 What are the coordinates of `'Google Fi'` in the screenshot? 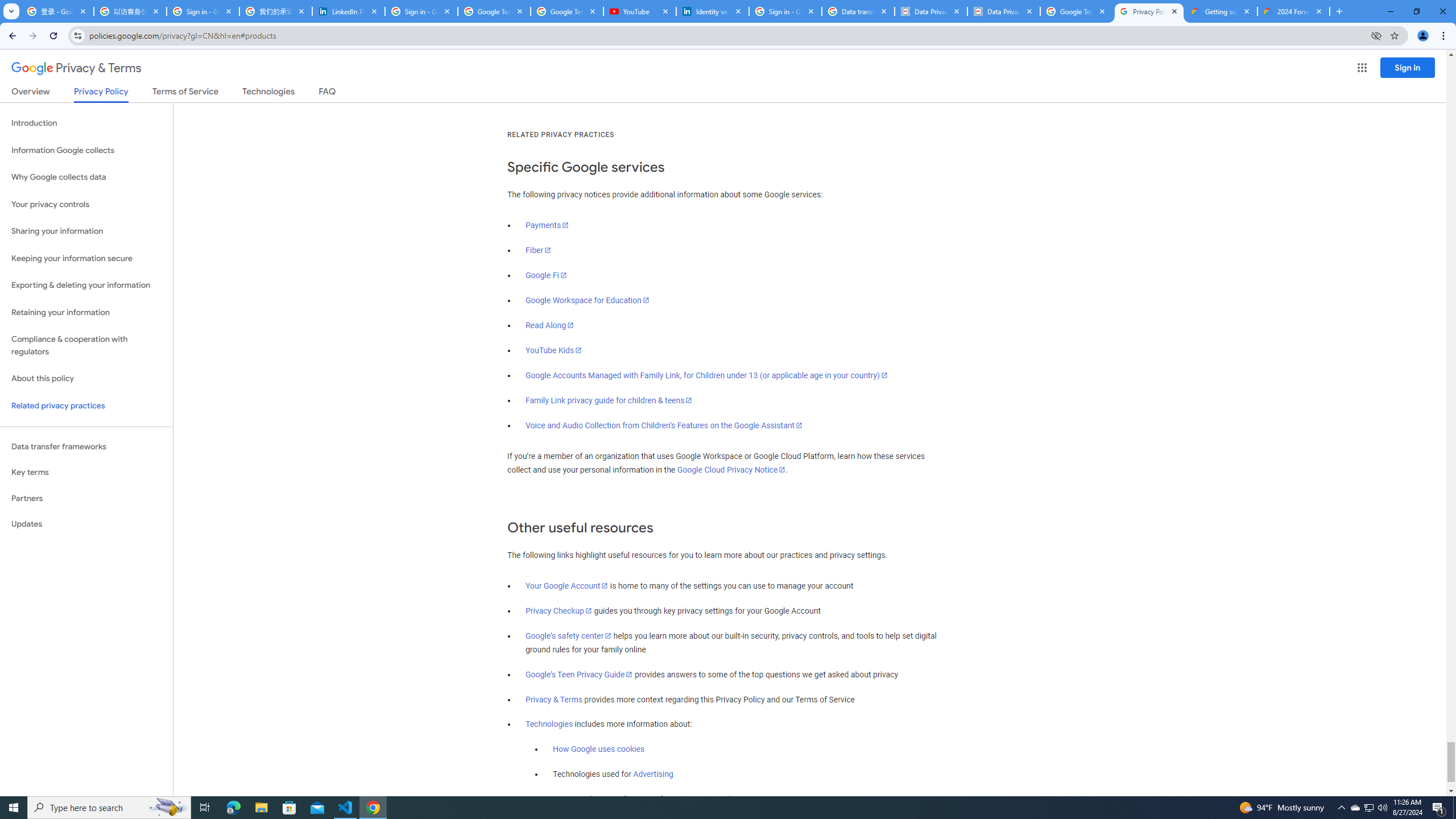 It's located at (545, 274).